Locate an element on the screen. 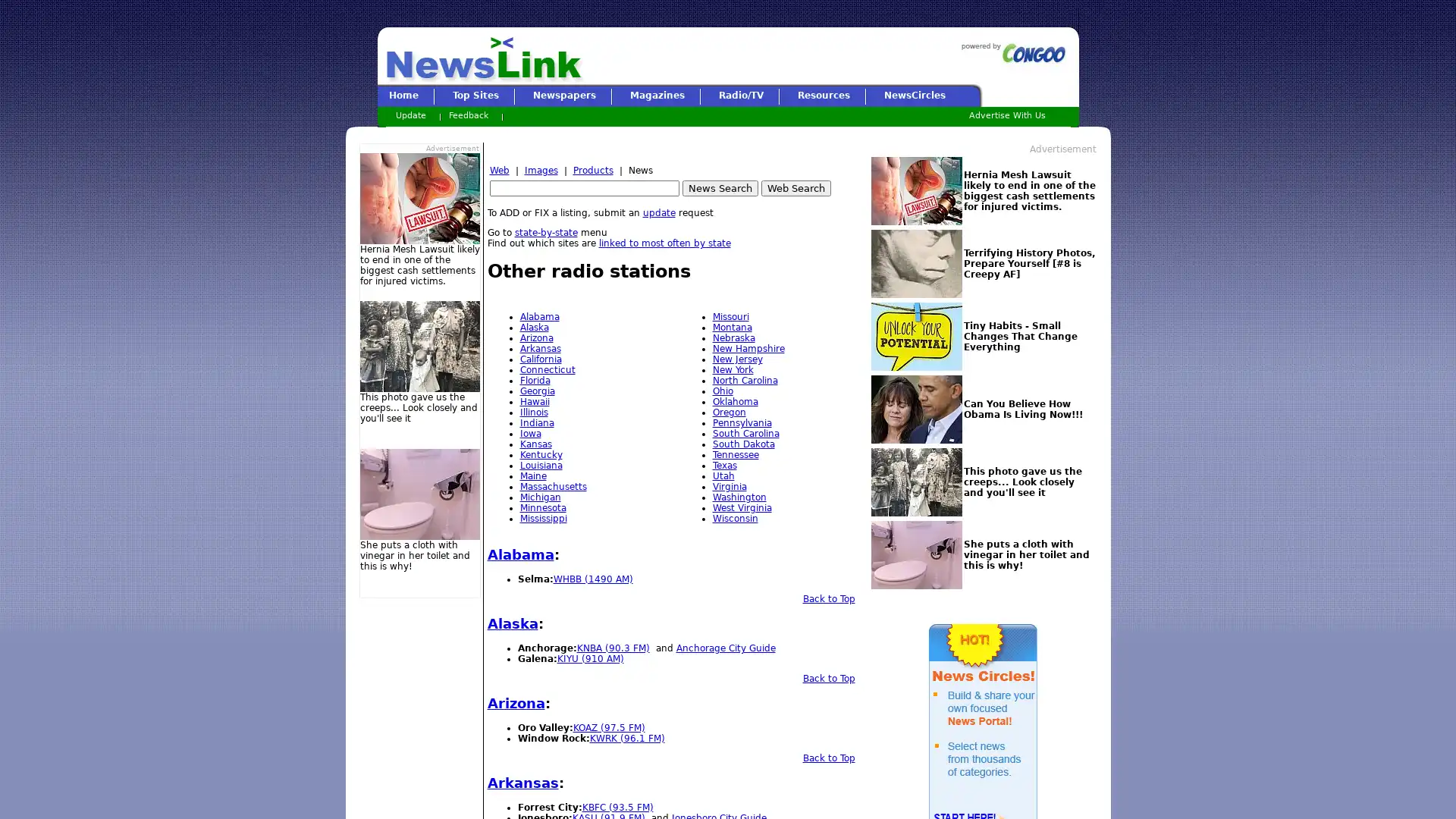  News Search is located at coordinates (719, 187).